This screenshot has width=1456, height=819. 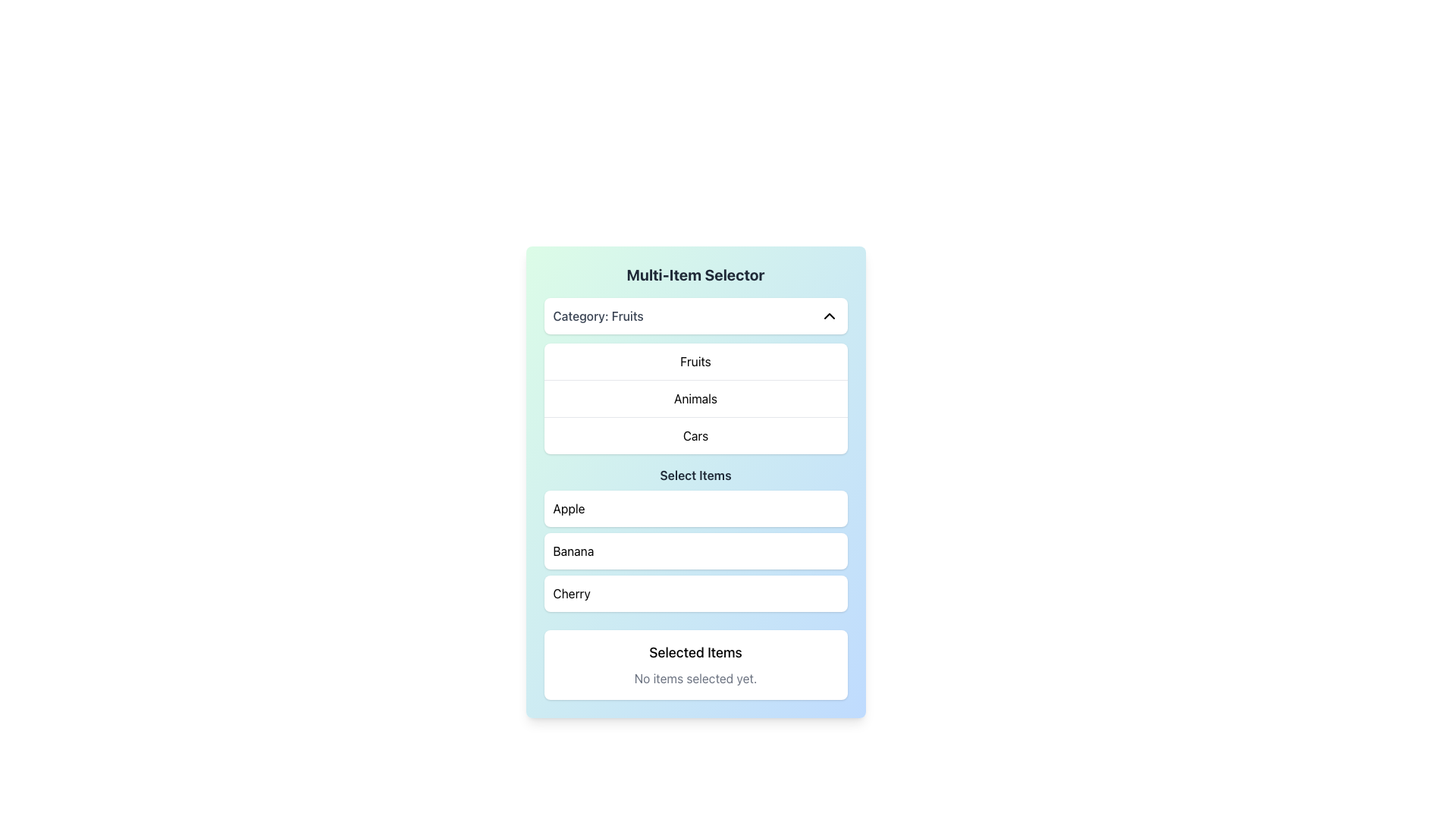 I want to click on the selectable category option labeled 'Cars', which is the third item in a vertical list of categories beneath 'Animals', so click(x=695, y=435).